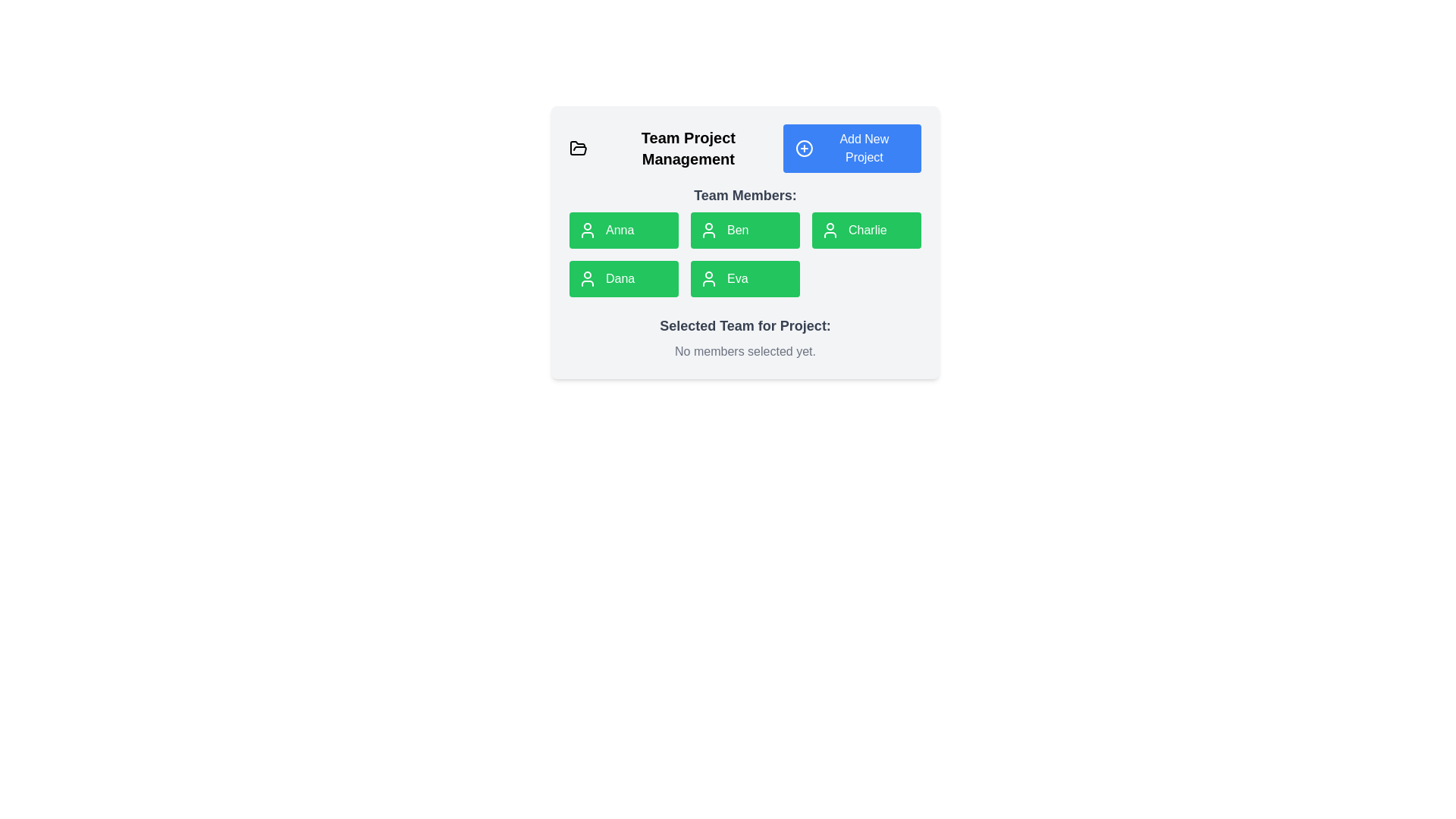 The height and width of the screenshot is (819, 1456). I want to click on the static text header that indicates the team members section, positioned above the clickable buttons, so click(745, 195).